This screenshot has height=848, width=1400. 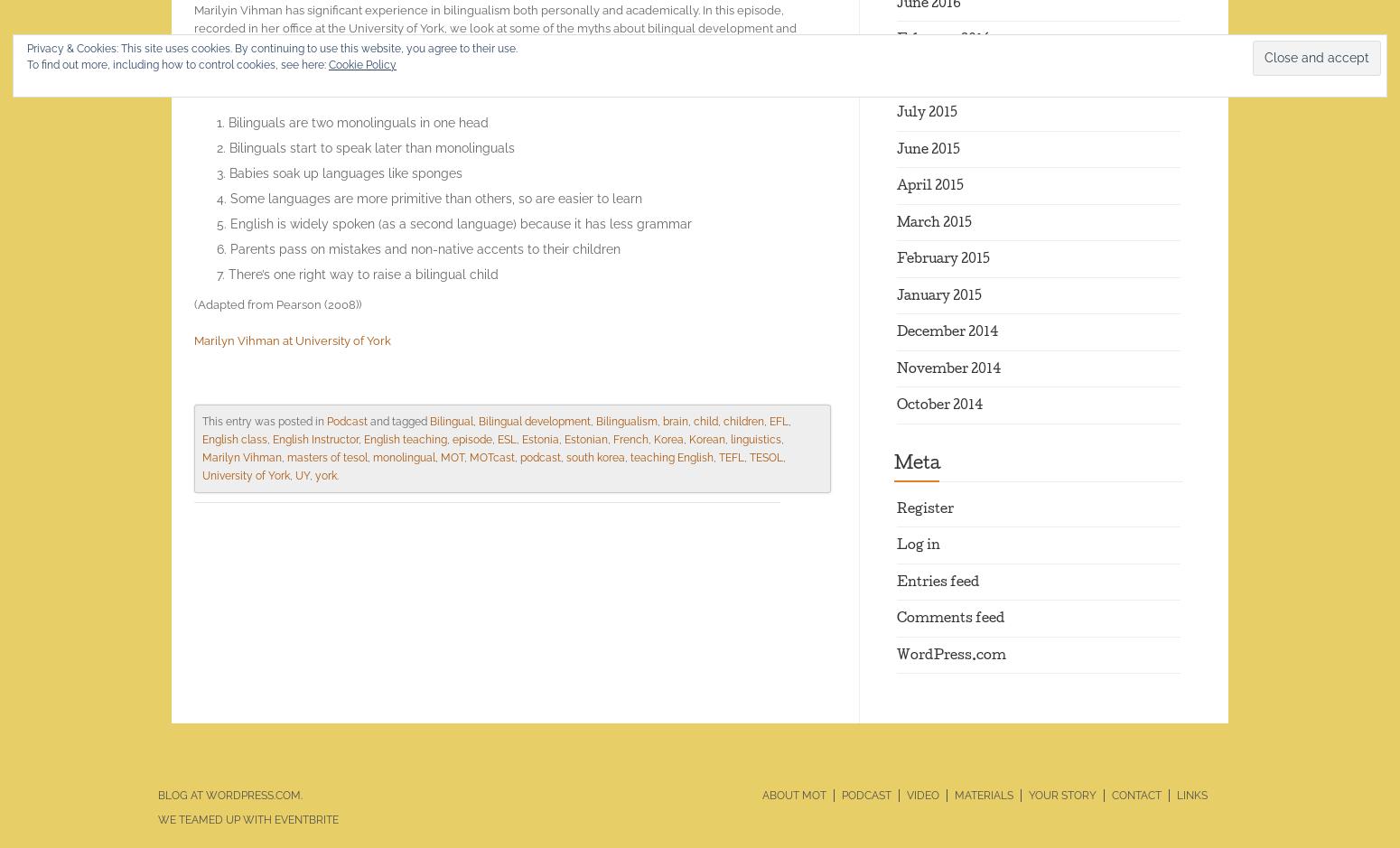 I want to click on 'French', so click(x=630, y=438).